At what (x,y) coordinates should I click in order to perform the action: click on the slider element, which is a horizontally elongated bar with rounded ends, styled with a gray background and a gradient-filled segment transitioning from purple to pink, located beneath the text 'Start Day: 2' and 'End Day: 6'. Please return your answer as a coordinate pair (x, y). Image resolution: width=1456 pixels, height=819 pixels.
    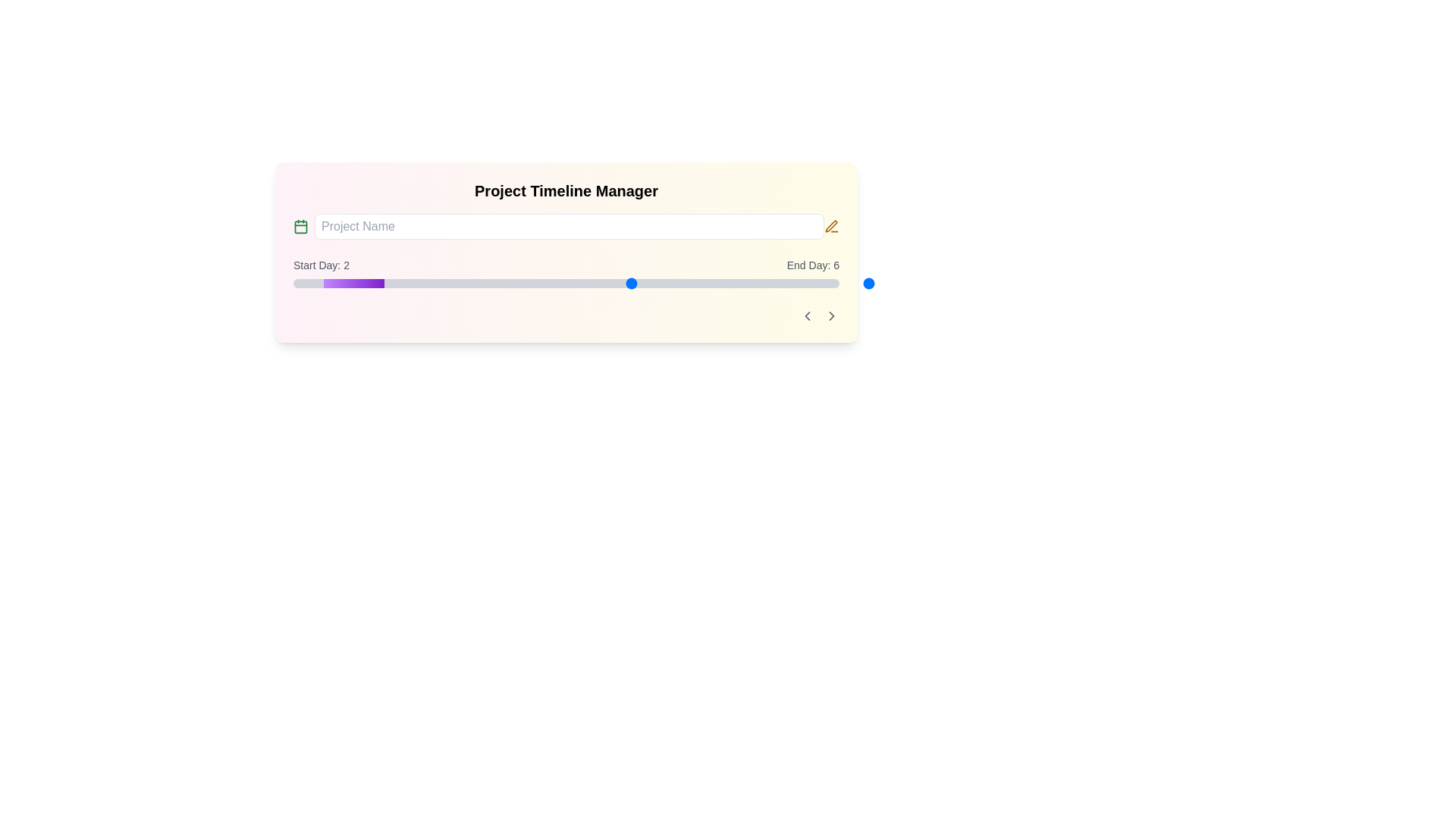
    Looking at the image, I should click on (566, 284).